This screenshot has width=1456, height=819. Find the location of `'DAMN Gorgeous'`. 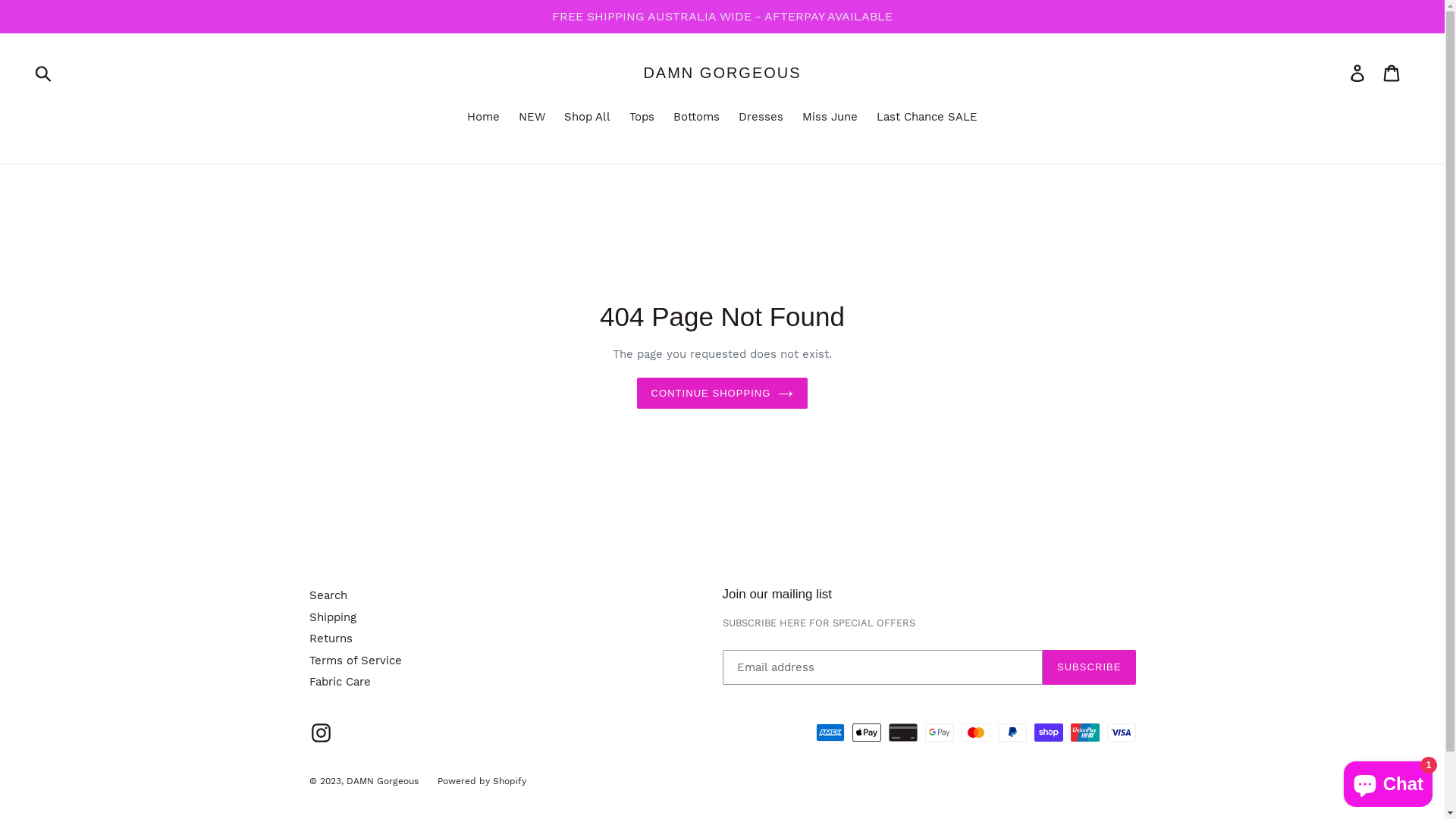

'DAMN Gorgeous' is located at coordinates (381, 780).